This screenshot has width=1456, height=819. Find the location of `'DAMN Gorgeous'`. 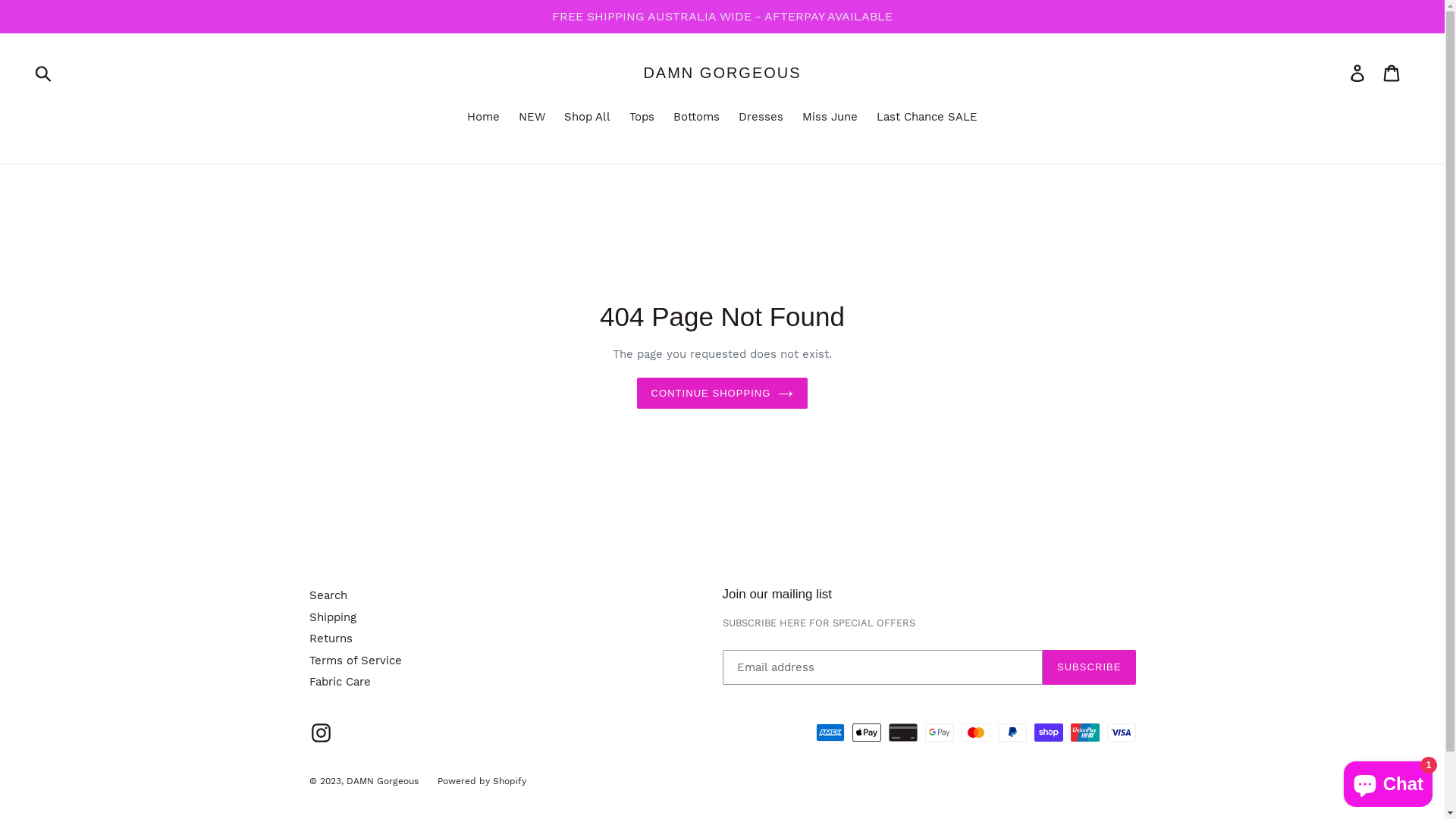

'DAMN Gorgeous' is located at coordinates (381, 780).